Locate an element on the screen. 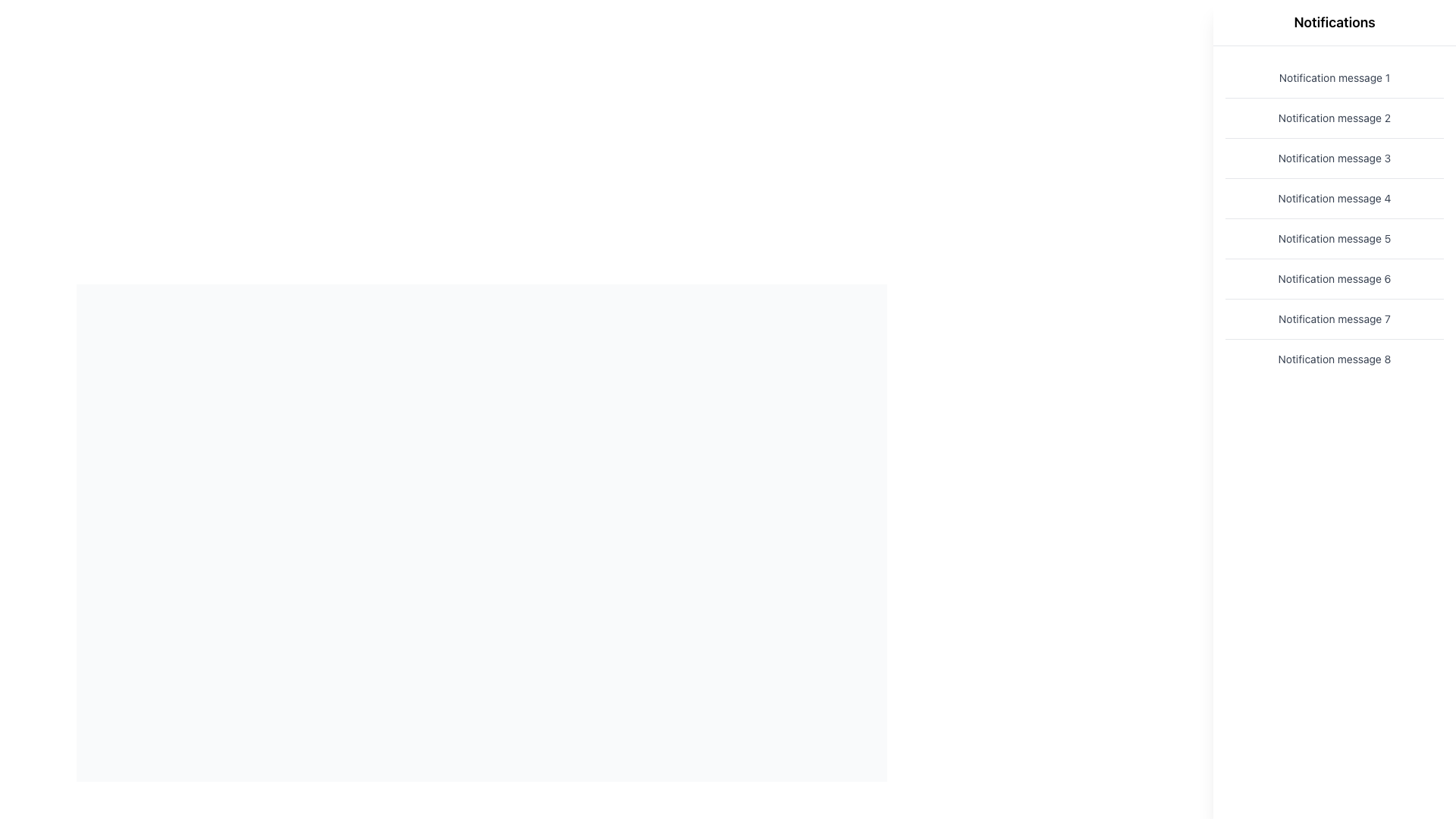 This screenshot has height=819, width=1456. the static text element displaying 'Notification message 8', which is the last item in a vertical list of notifications positioned at the bottom right of the interface is located at coordinates (1335, 359).